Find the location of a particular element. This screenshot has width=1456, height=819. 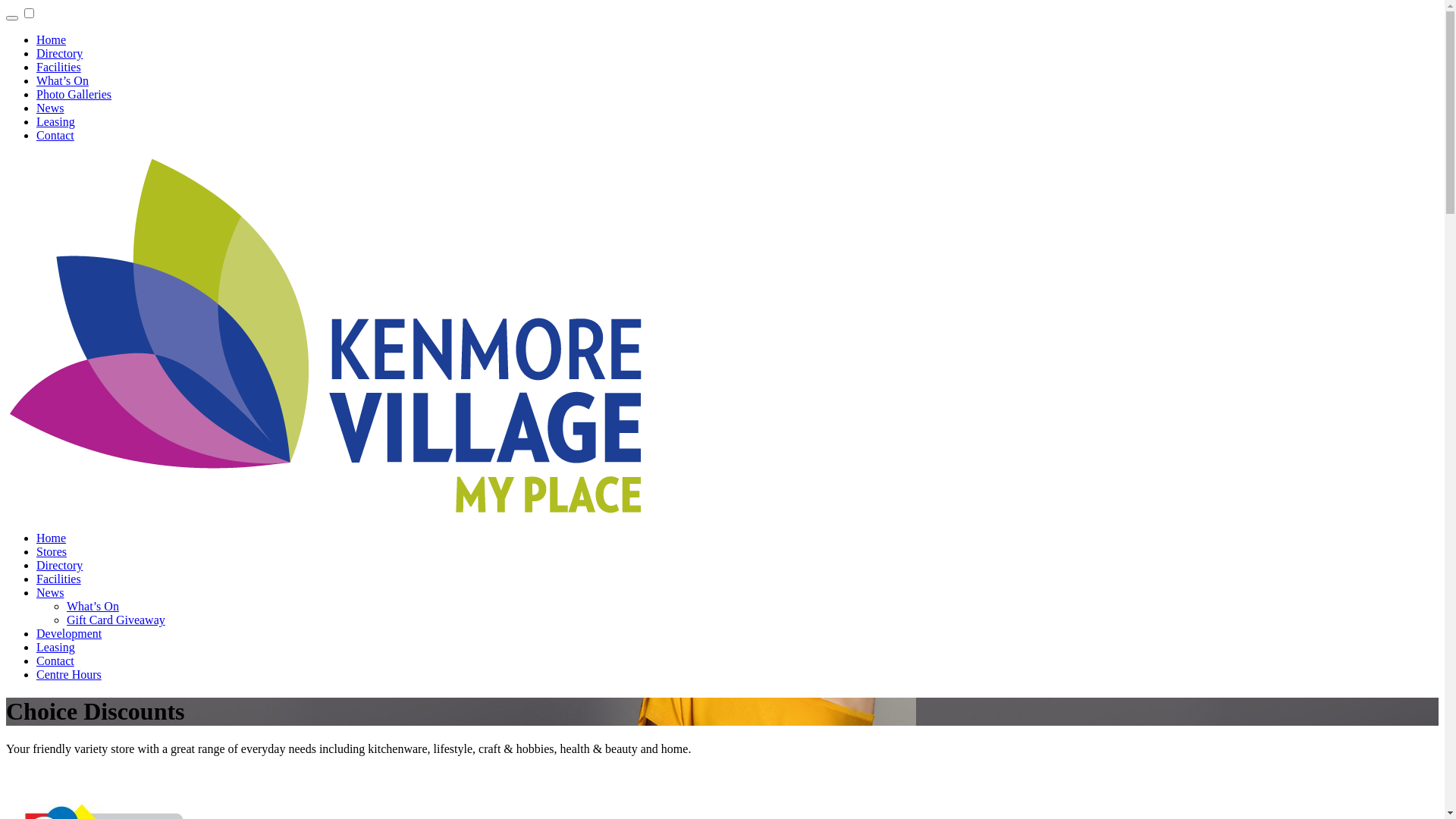

'Photo Galleries' is located at coordinates (73, 94).